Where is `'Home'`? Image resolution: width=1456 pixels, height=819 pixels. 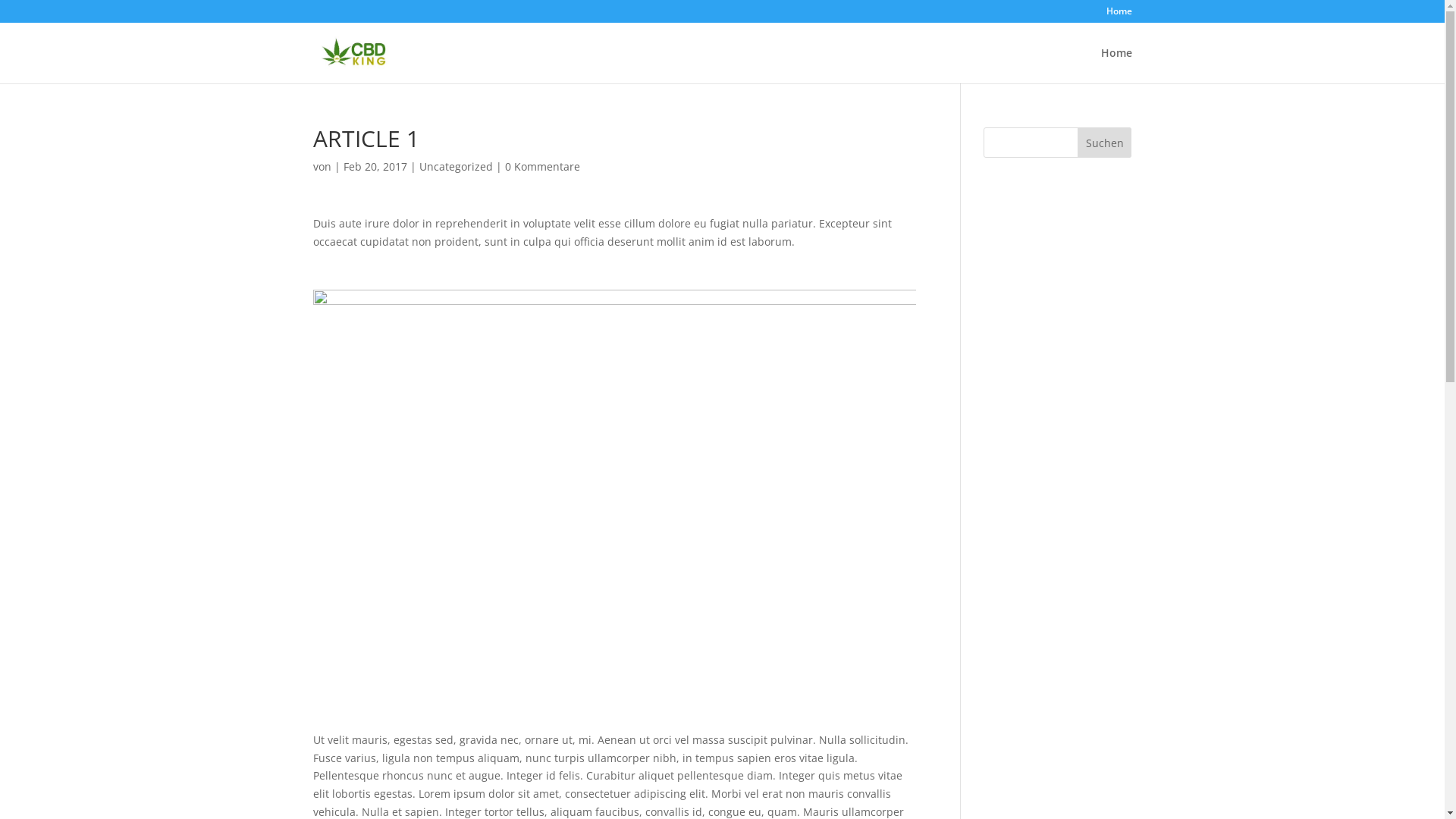 'Home' is located at coordinates (1118, 14).